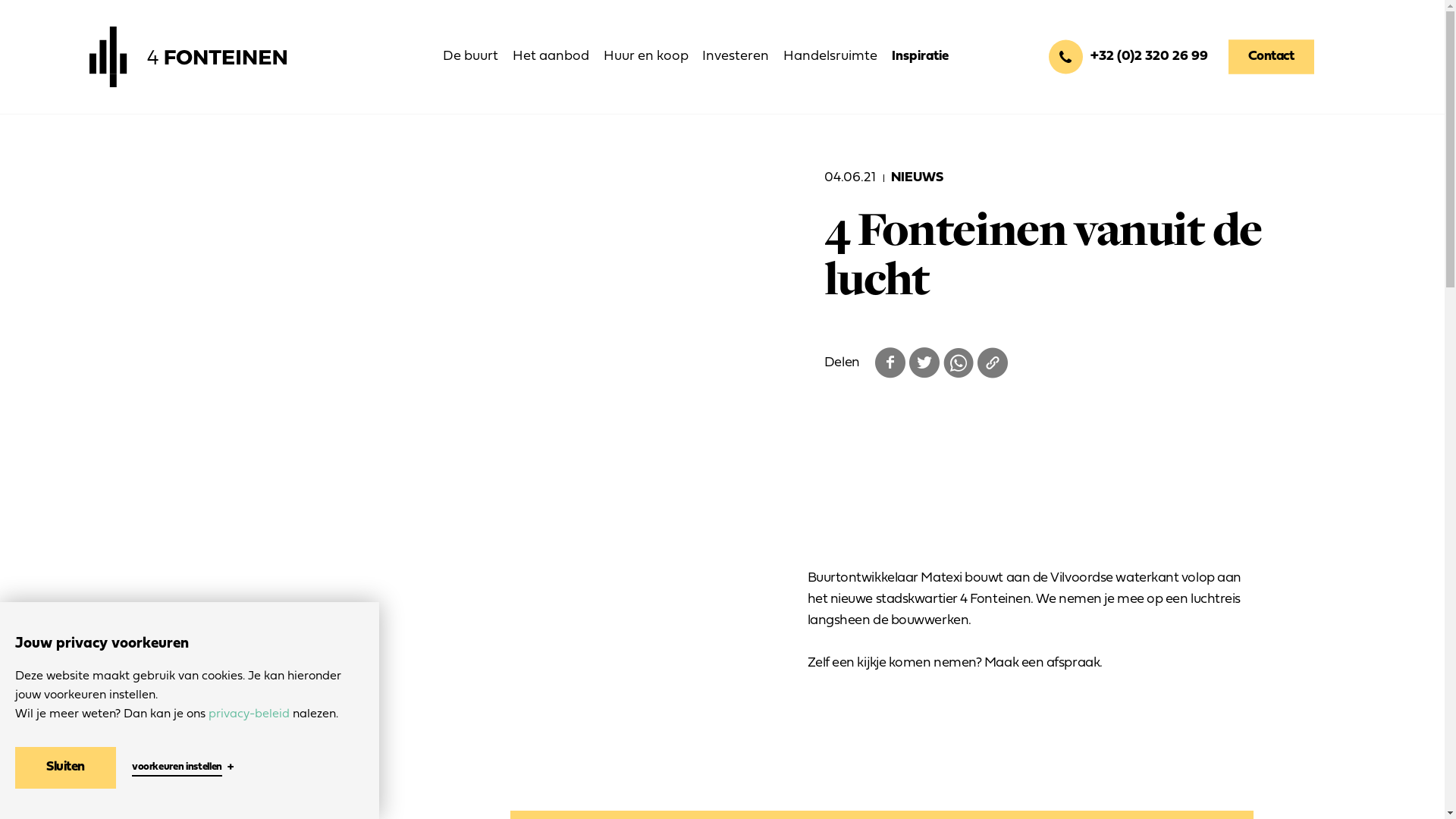 This screenshot has height=819, width=1456. I want to click on 'De buurt', so click(469, 55).